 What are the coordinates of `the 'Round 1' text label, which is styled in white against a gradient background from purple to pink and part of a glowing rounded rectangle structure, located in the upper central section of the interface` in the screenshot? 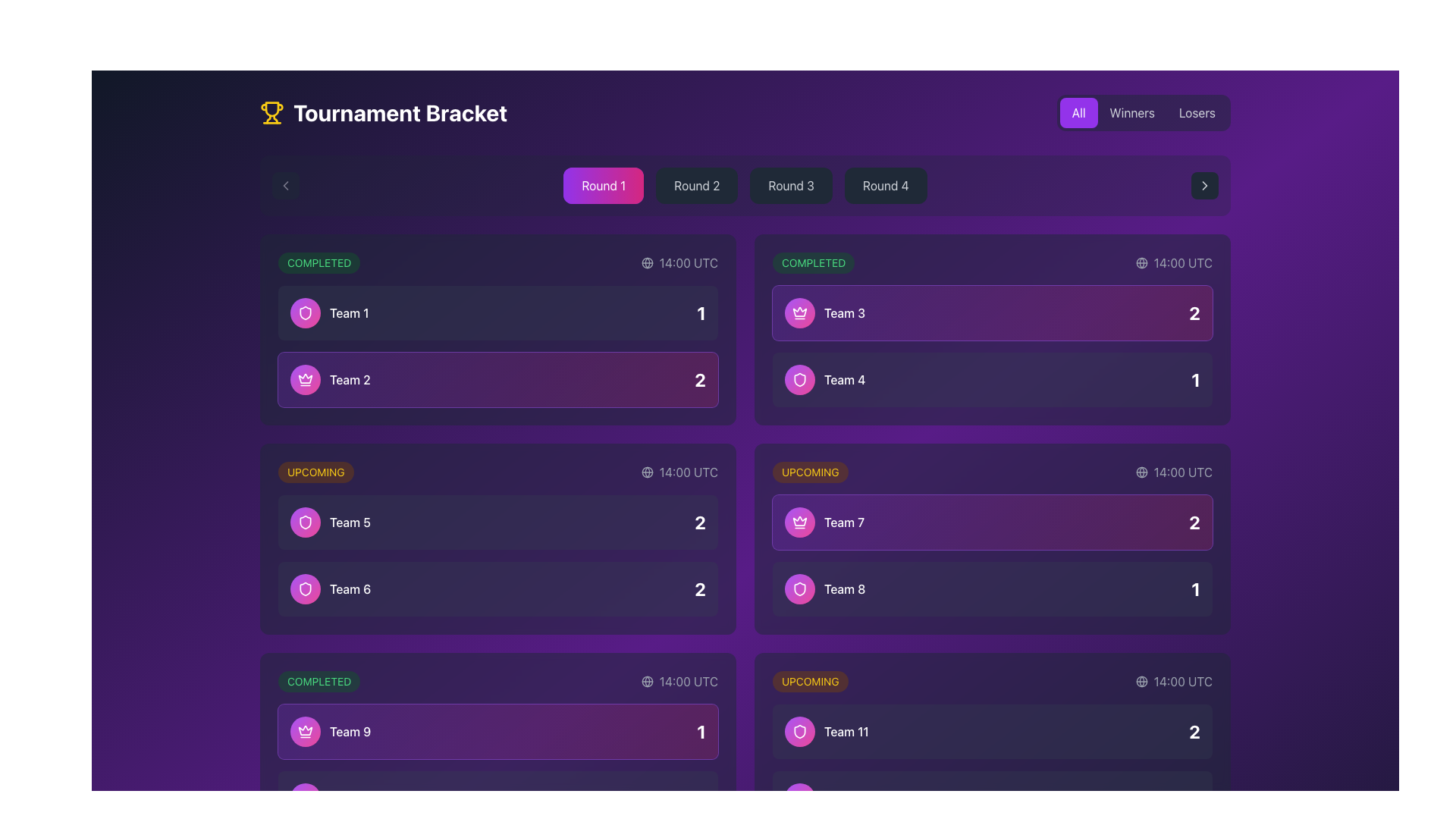 It's located at (603, 185).